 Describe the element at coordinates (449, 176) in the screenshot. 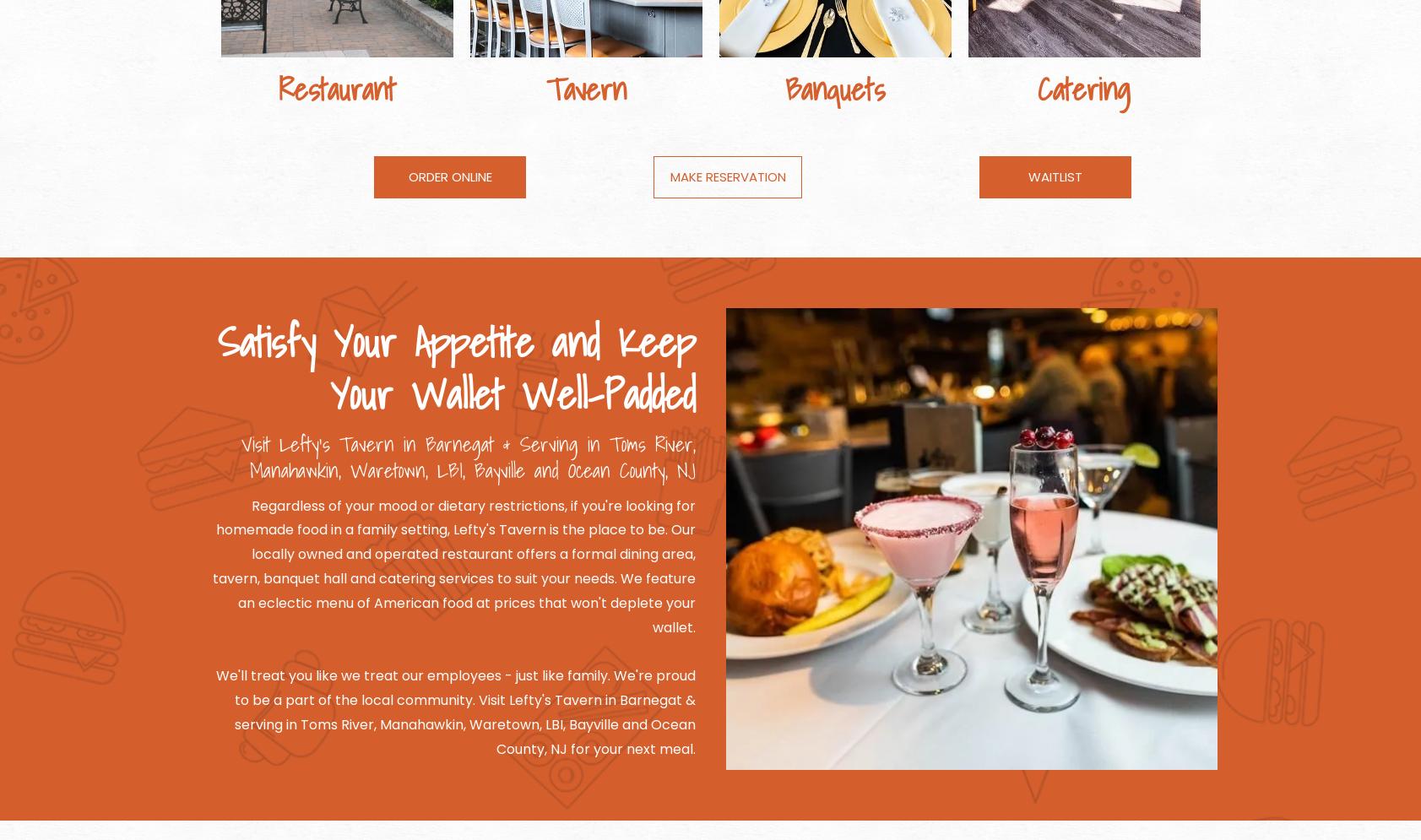

I see `'ORDER ONLINE'` at that location.